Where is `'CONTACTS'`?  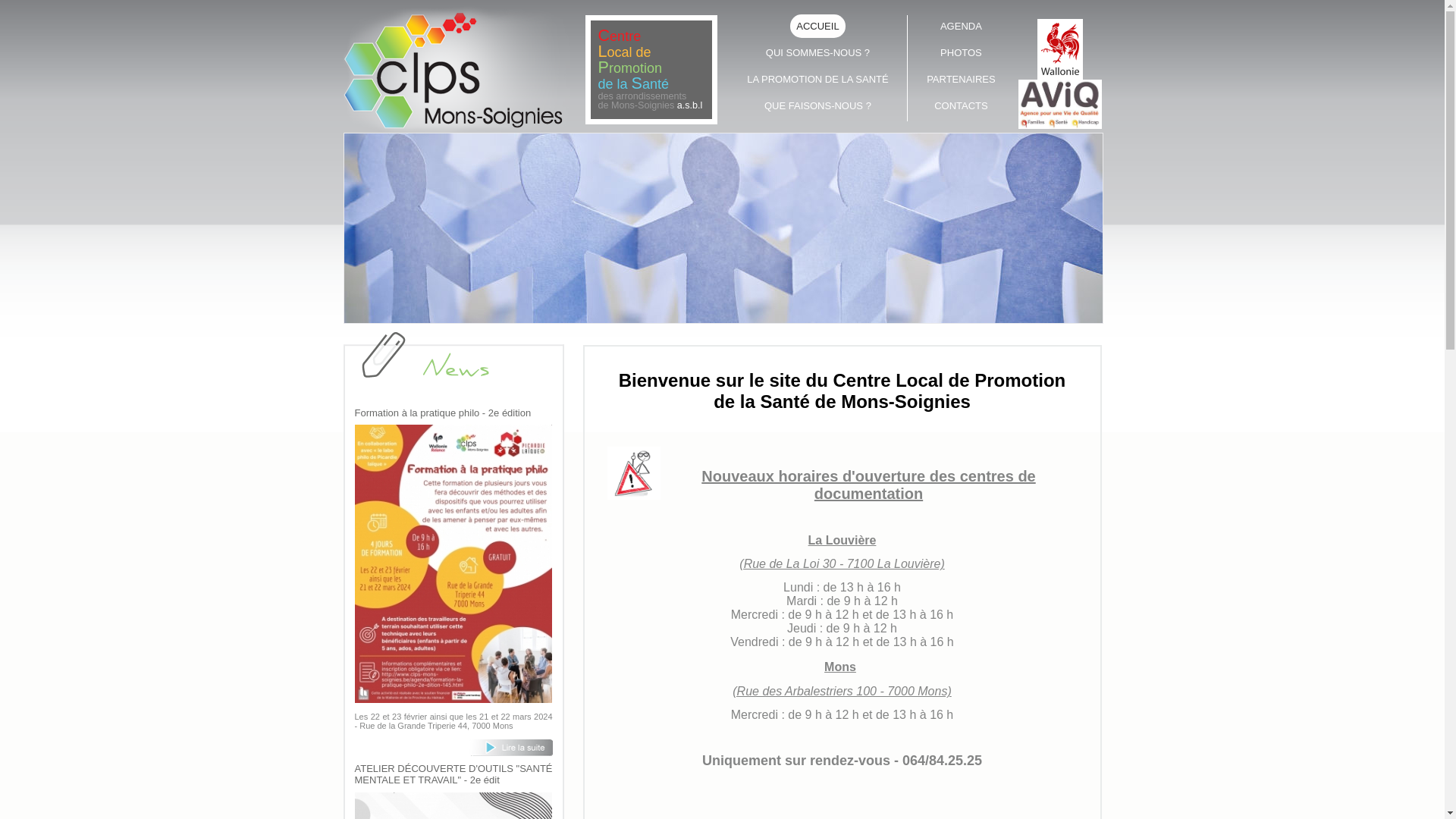 'CONTACTS' is located at coordinates (960, 104).